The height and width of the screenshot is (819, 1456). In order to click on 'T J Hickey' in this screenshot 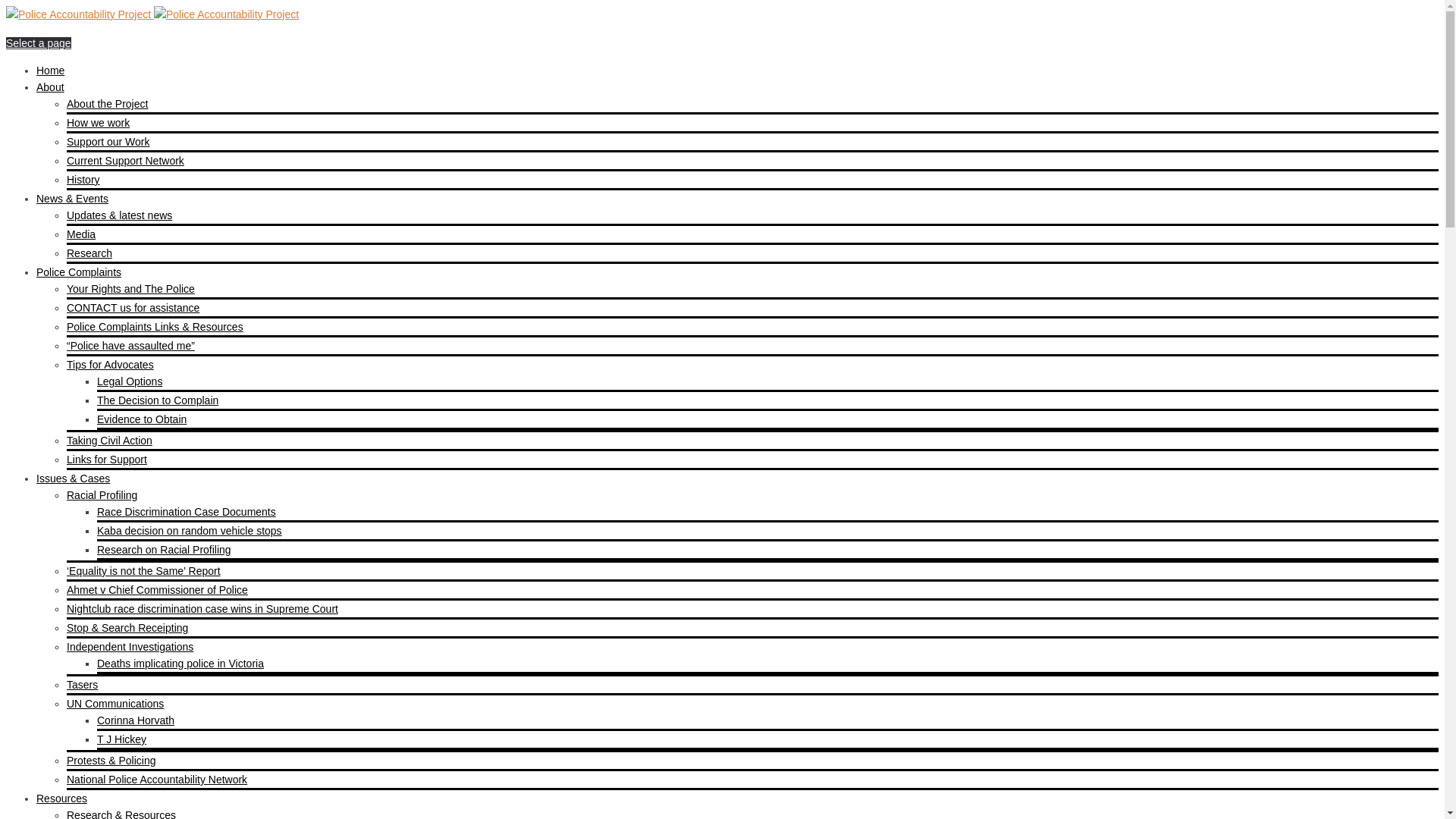, I will do `click(121, 739)`.